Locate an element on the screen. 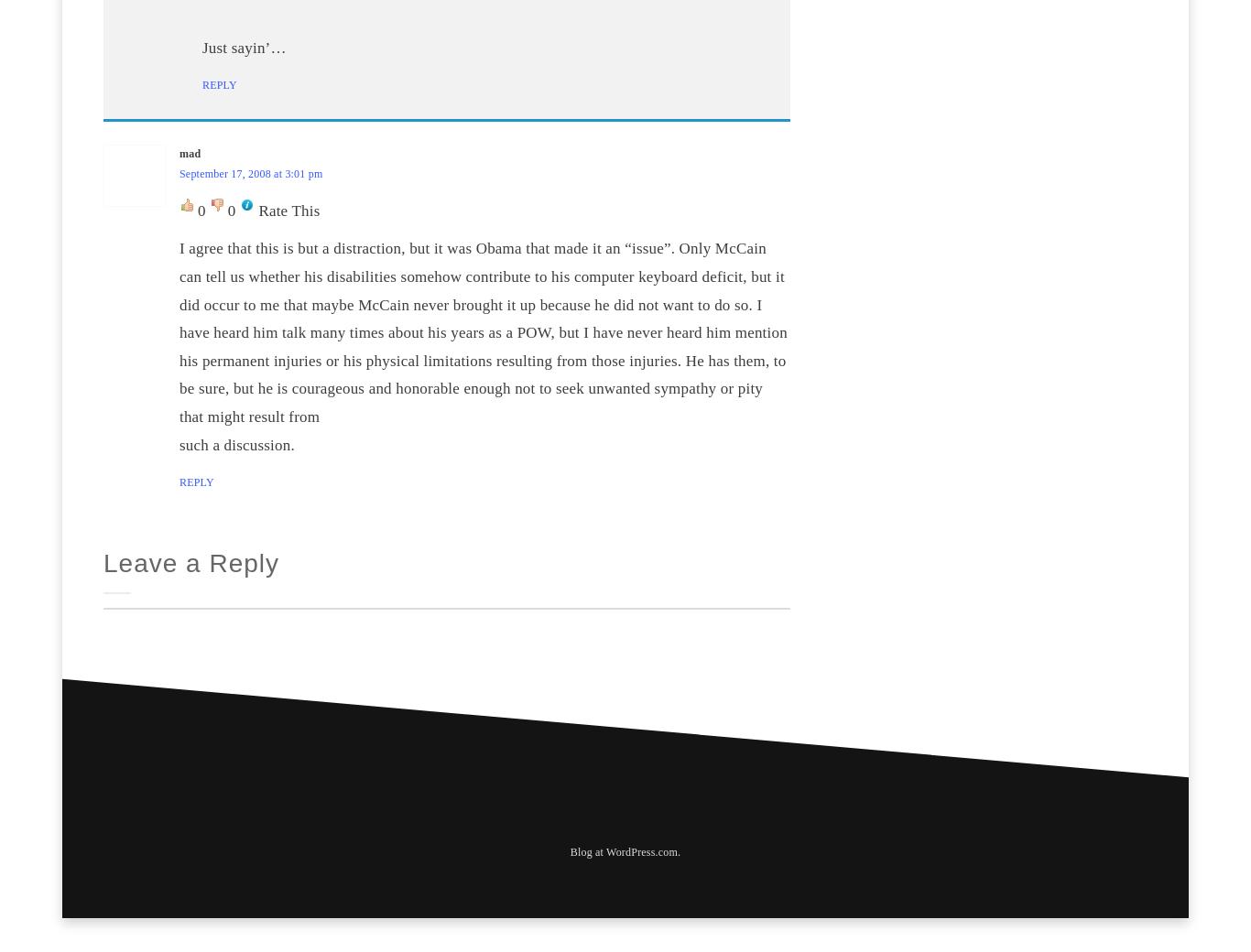 The width and height of the screenshot is (1251, 952). 'Just sayin’…' is located at coordinates (244, 46).